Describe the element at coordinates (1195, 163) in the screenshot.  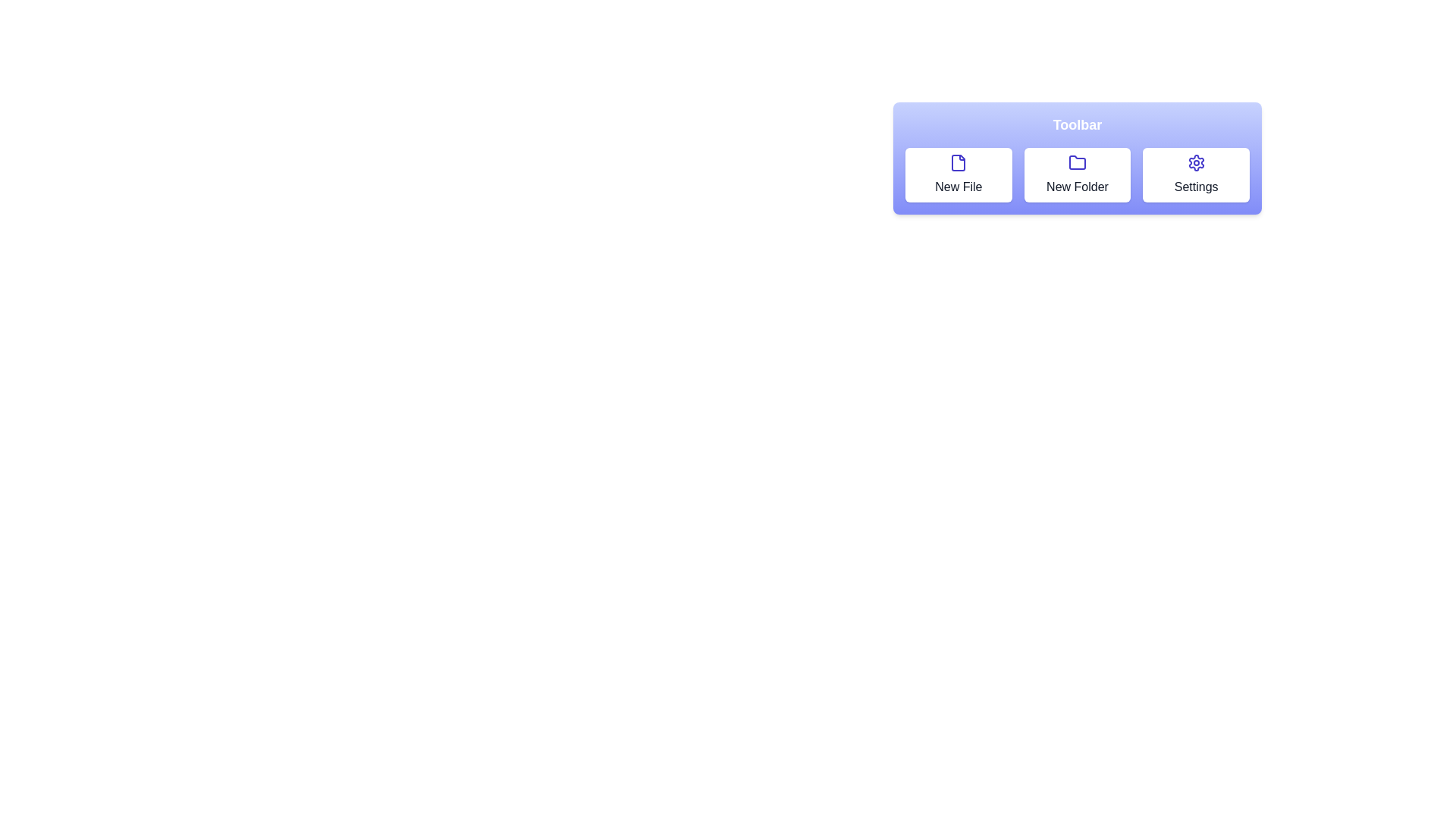
I see `the settings icon located in the rightmost interactive item of the toolbar, which is centered above the text label` at that location.